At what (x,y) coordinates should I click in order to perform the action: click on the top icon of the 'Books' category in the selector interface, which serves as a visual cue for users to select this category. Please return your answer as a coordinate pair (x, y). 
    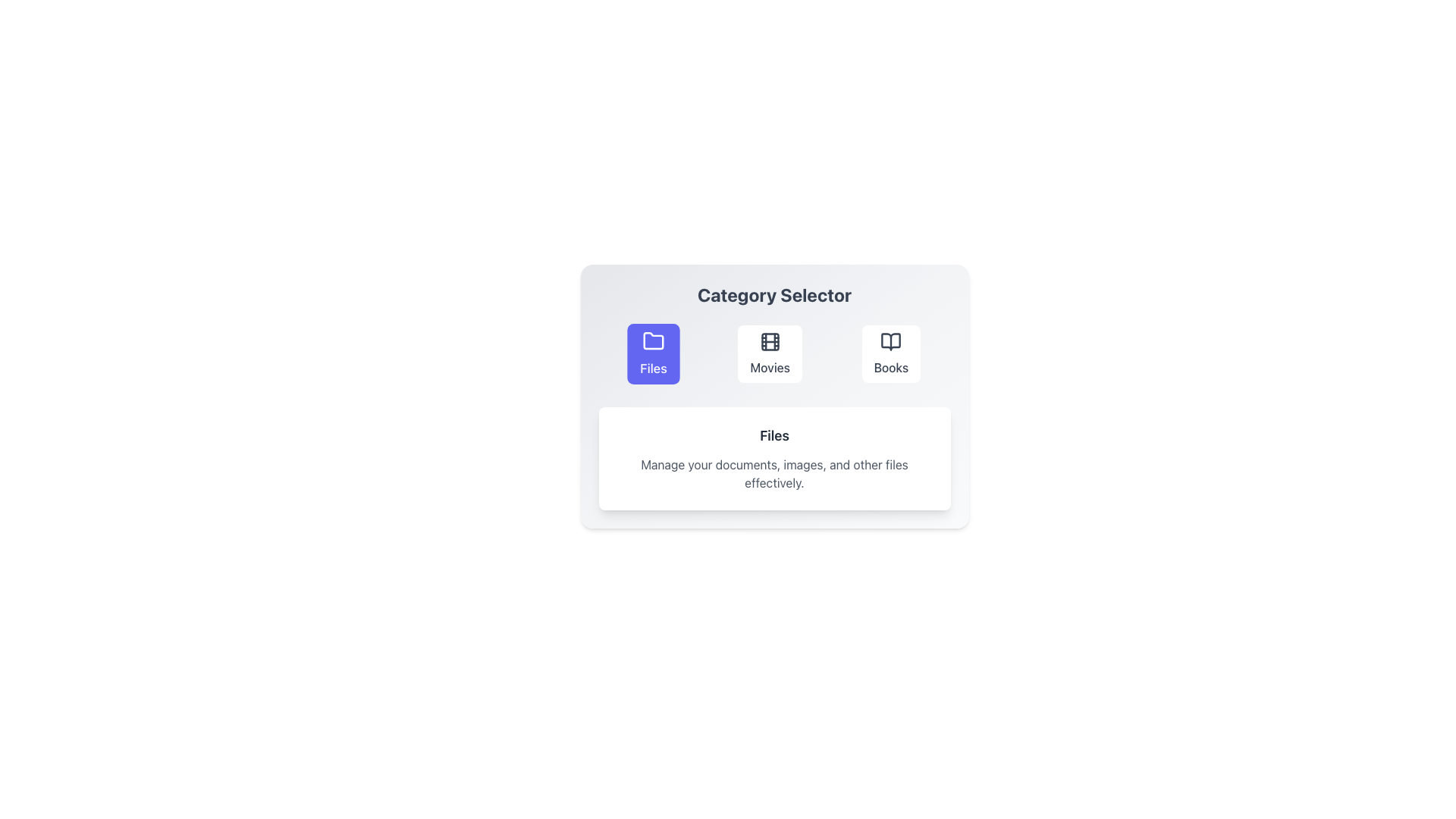
    Looking at the image, I should click on (891, 342).